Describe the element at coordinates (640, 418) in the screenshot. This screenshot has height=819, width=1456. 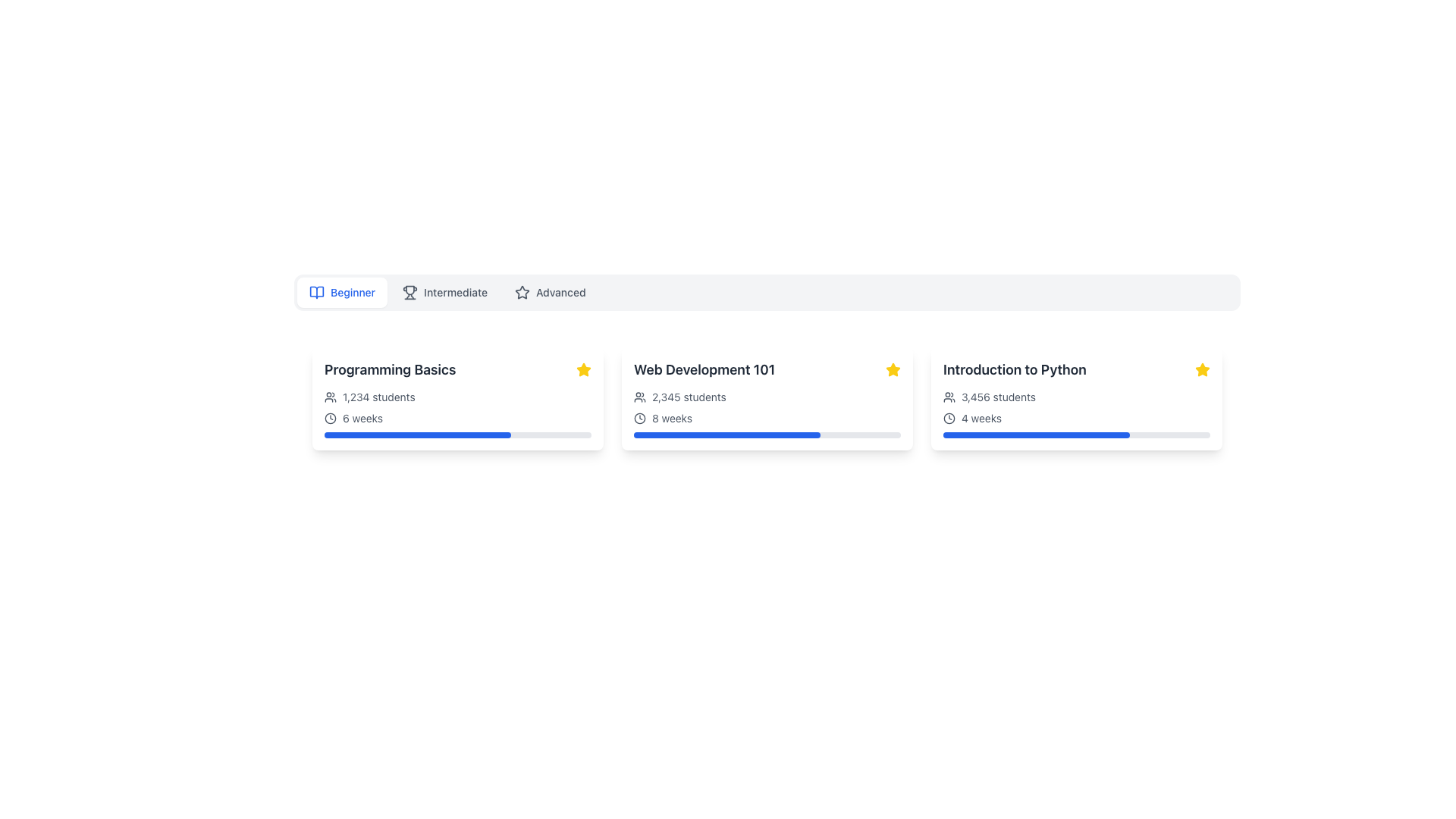
I see `the inner circular part of the clock icon, which is an outlined circle located to the left of the text indicating '8 weeks' in the 'Web Development 101' card` at that location.